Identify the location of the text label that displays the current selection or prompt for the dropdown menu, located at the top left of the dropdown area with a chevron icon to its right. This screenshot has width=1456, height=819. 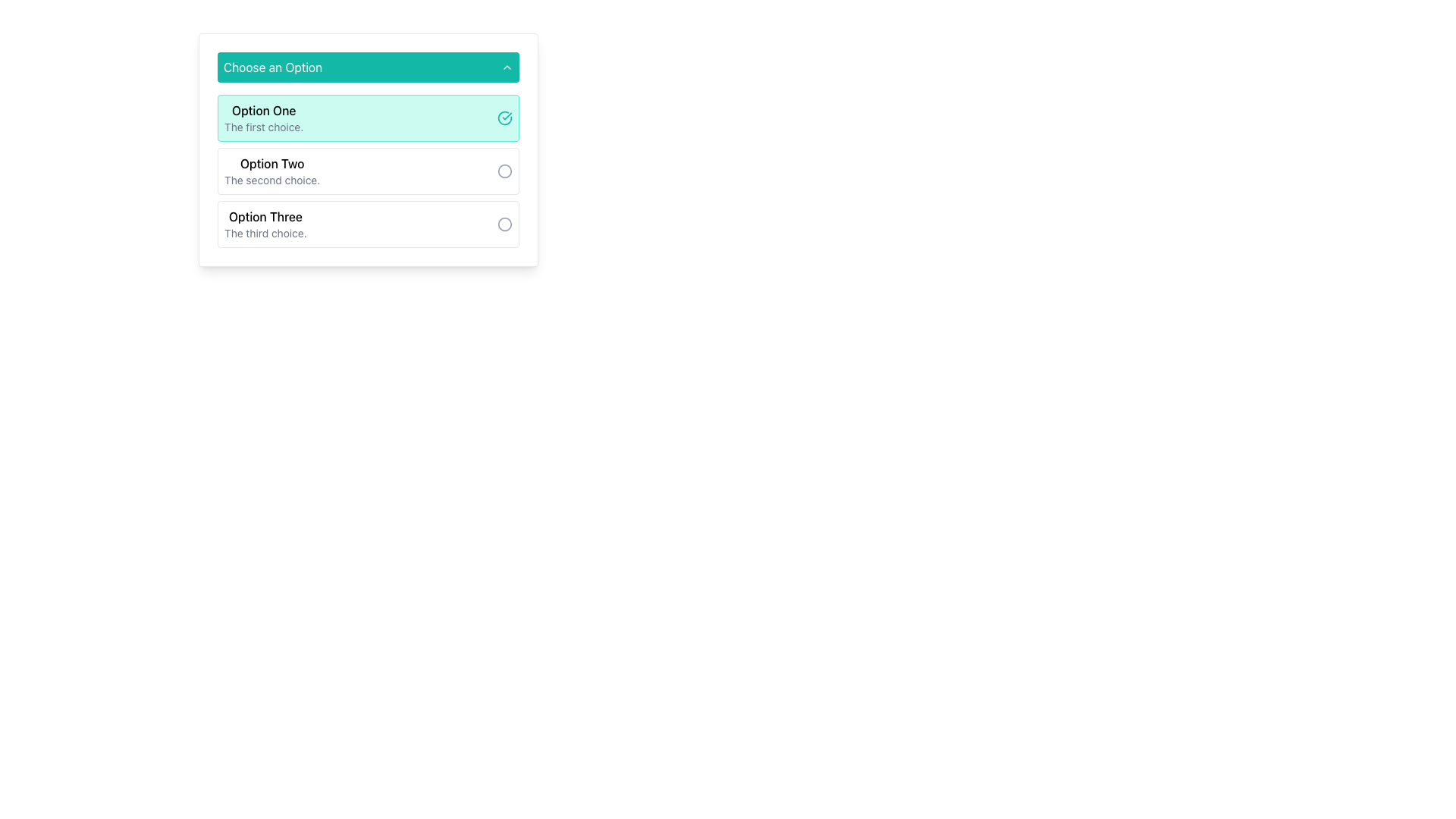
(273, 66).